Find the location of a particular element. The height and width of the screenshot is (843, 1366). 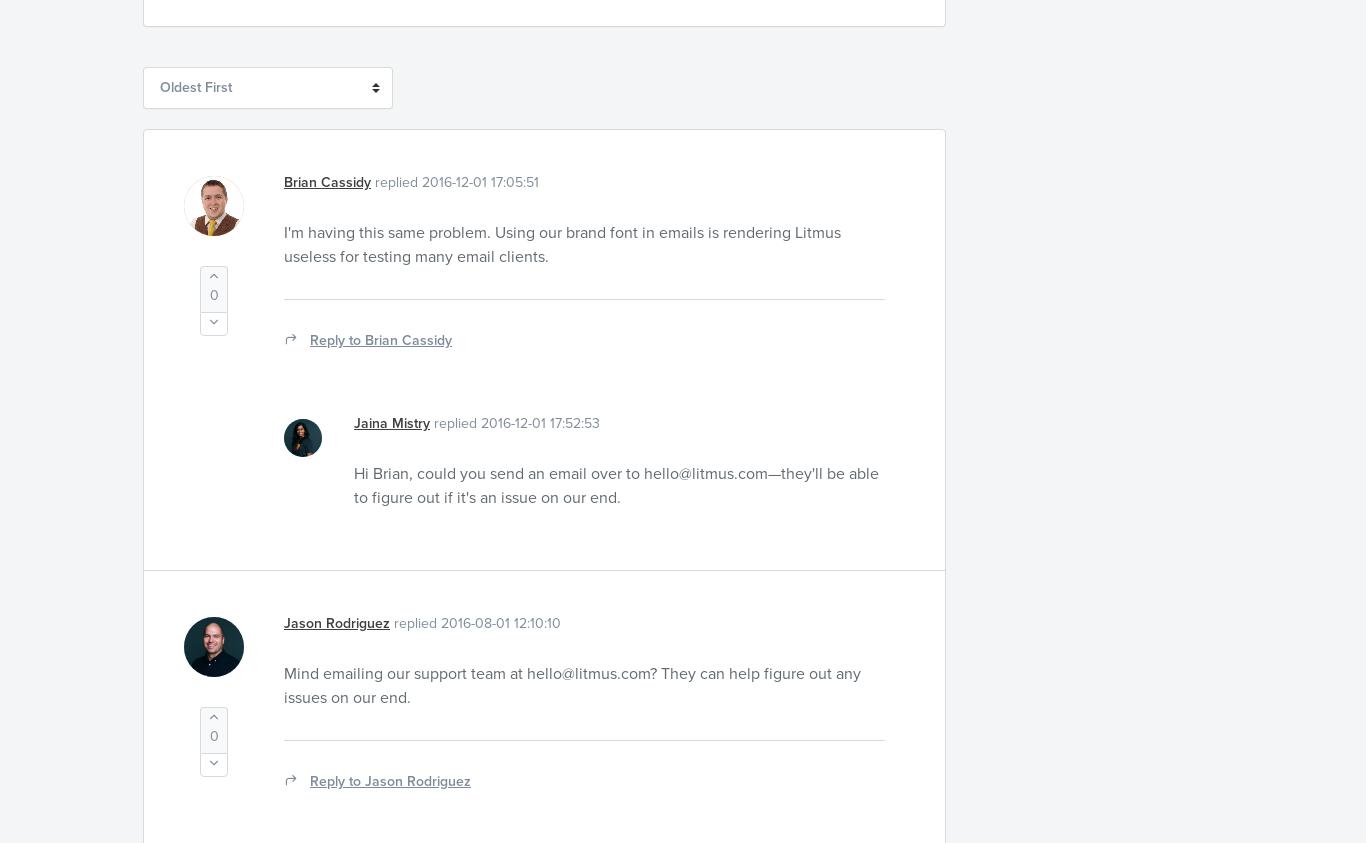

'JR' is located at coordinates (198, 644).